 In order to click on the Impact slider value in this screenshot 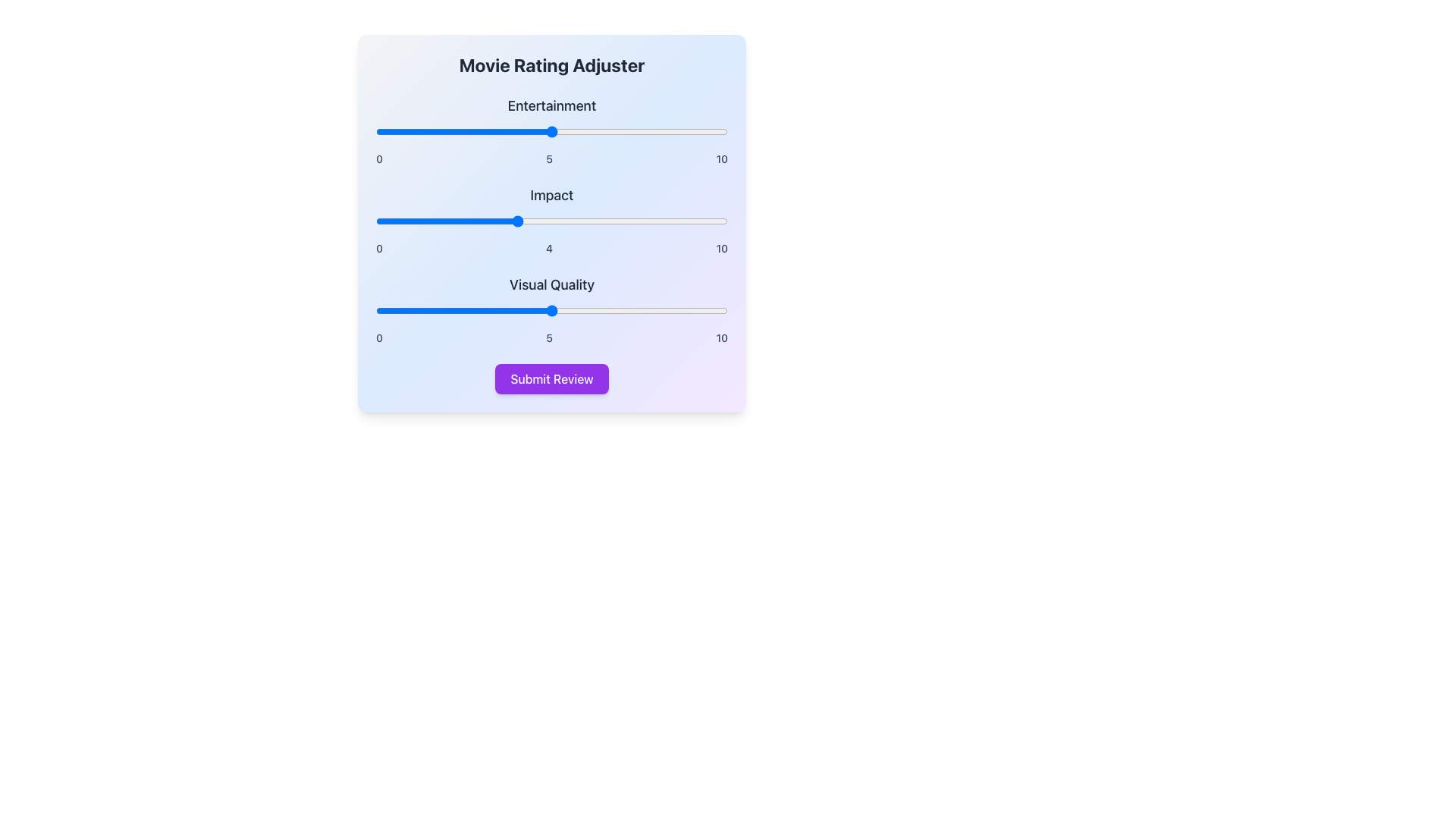, I will do `click(481, 221)`.